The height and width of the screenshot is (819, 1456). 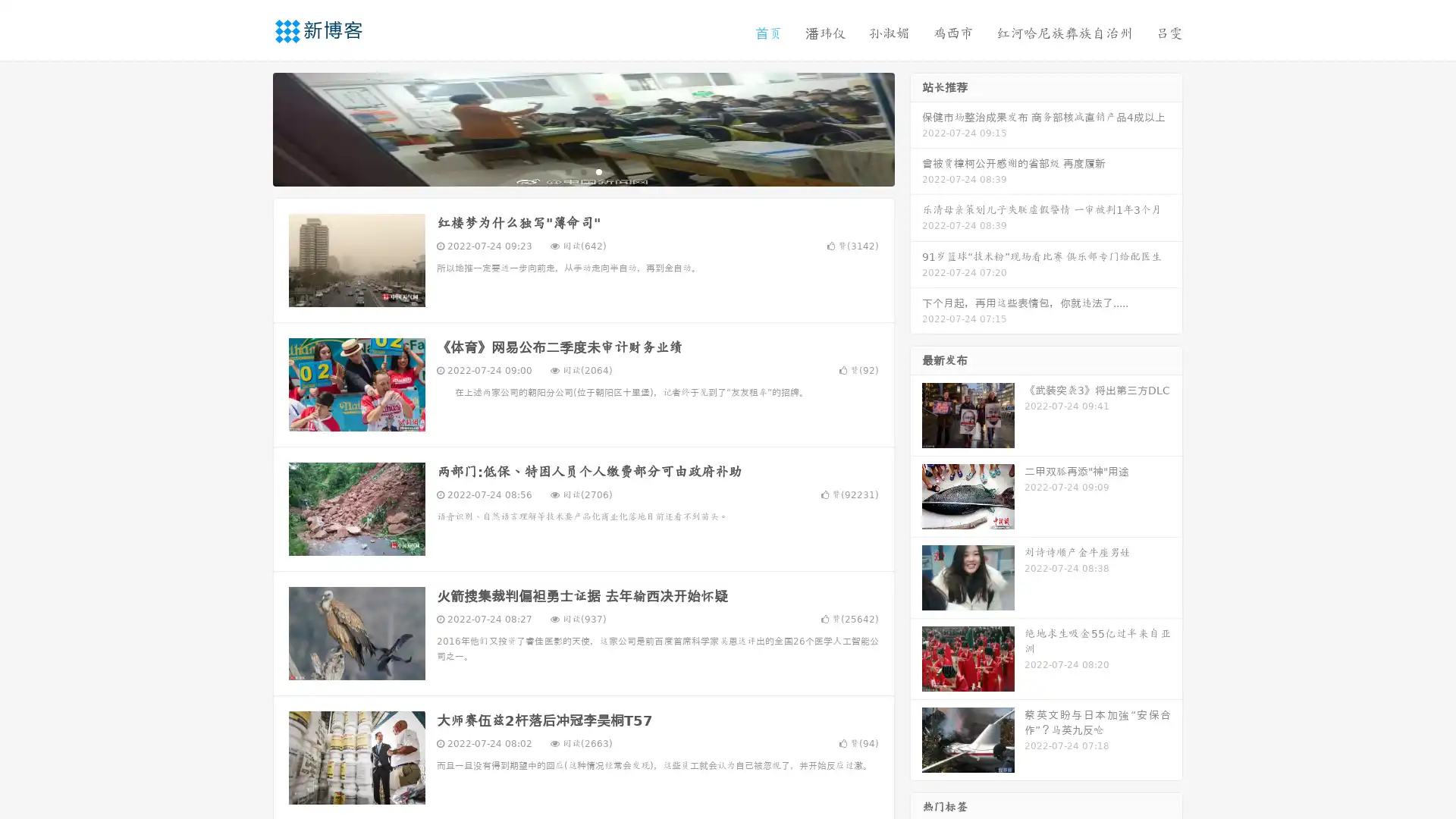 What do you see at coordinates (582, 171) in the screenshot?
I see `Go to slide 2` at bounding box center [582, 171].